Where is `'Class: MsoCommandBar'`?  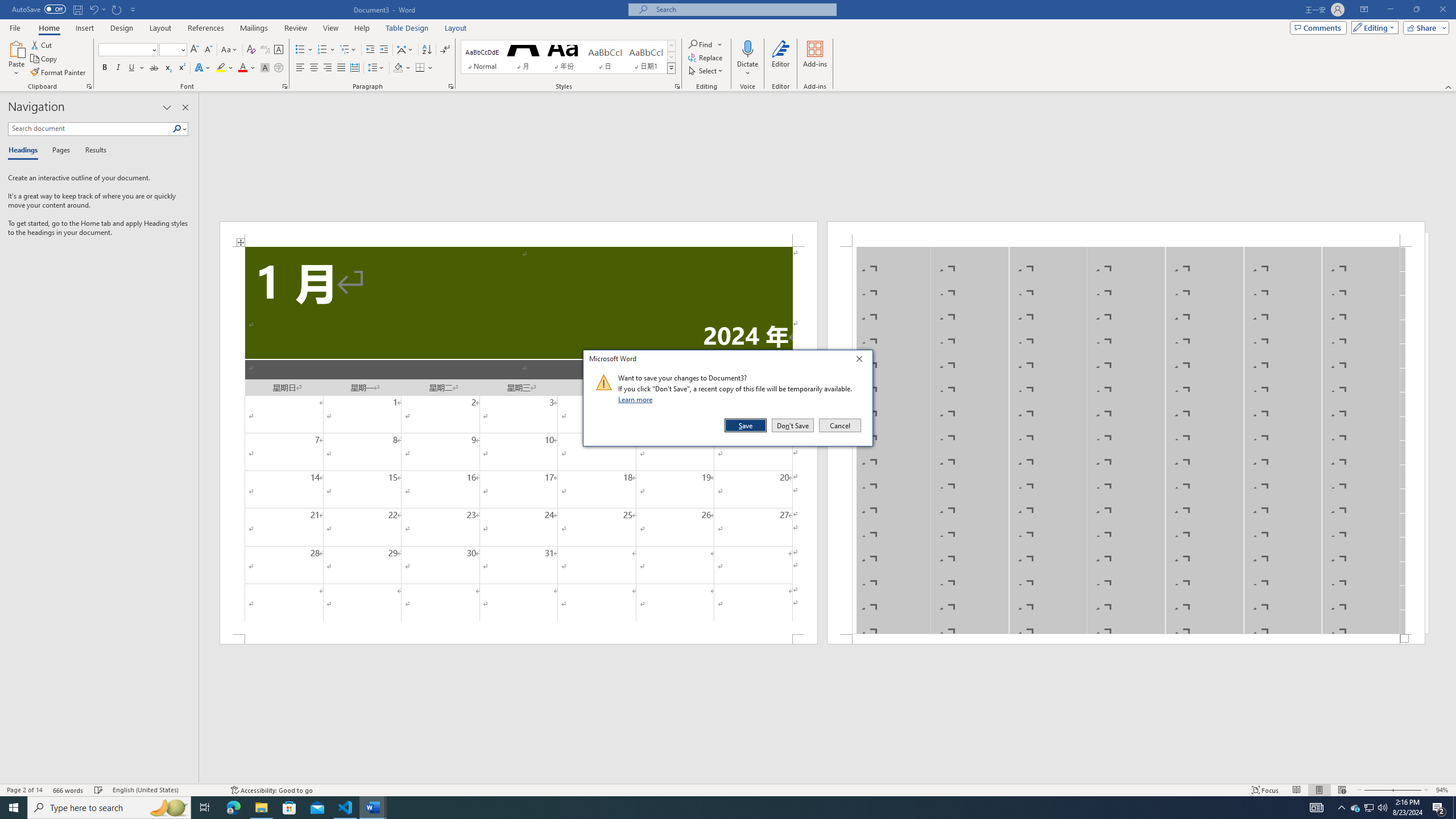 'Class: MsoCommandBar' is located at coordinates (728, 789).